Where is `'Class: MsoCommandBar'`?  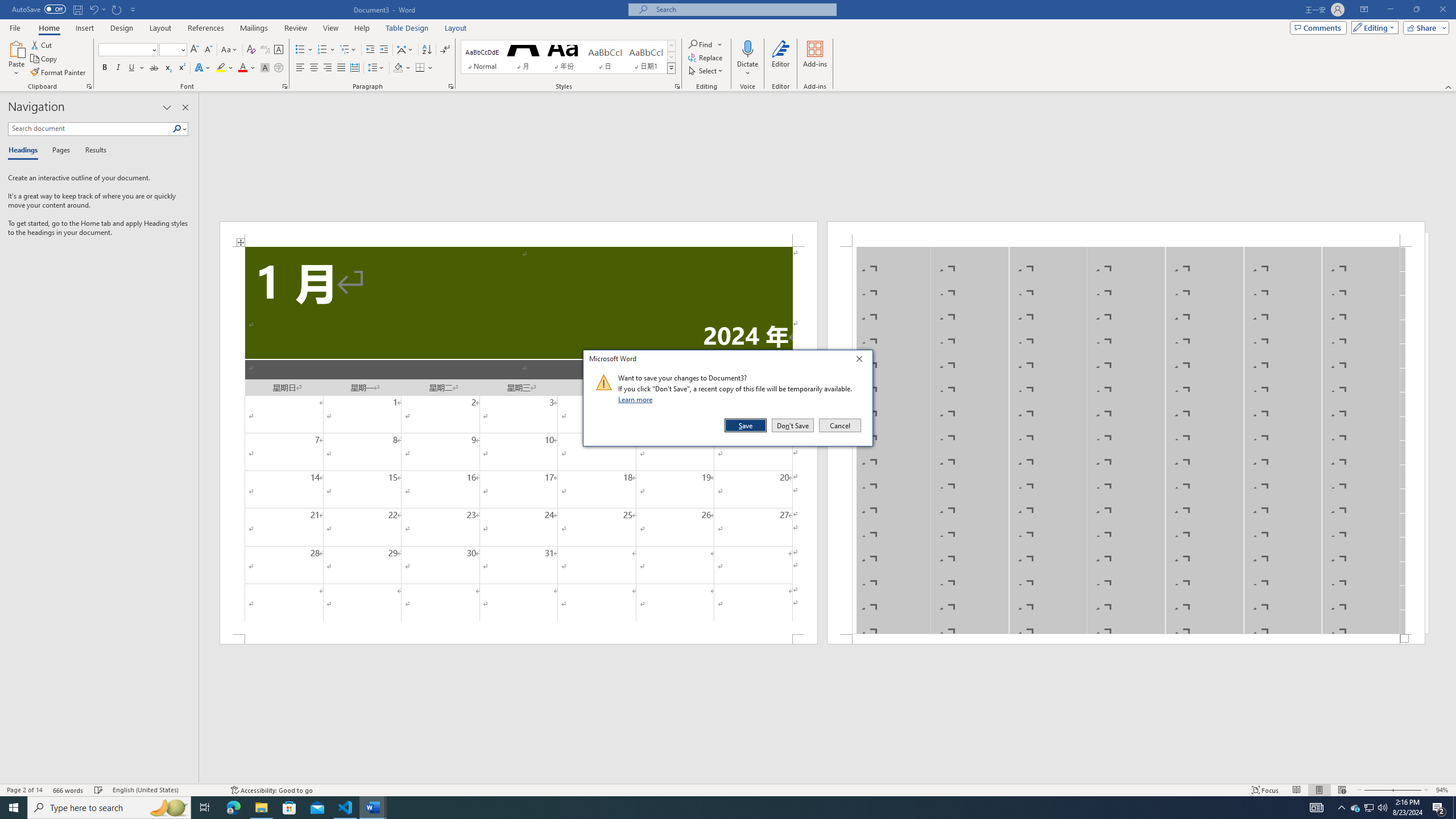 'Class: MsoCommandBar' is located at coordinates (728, 789).